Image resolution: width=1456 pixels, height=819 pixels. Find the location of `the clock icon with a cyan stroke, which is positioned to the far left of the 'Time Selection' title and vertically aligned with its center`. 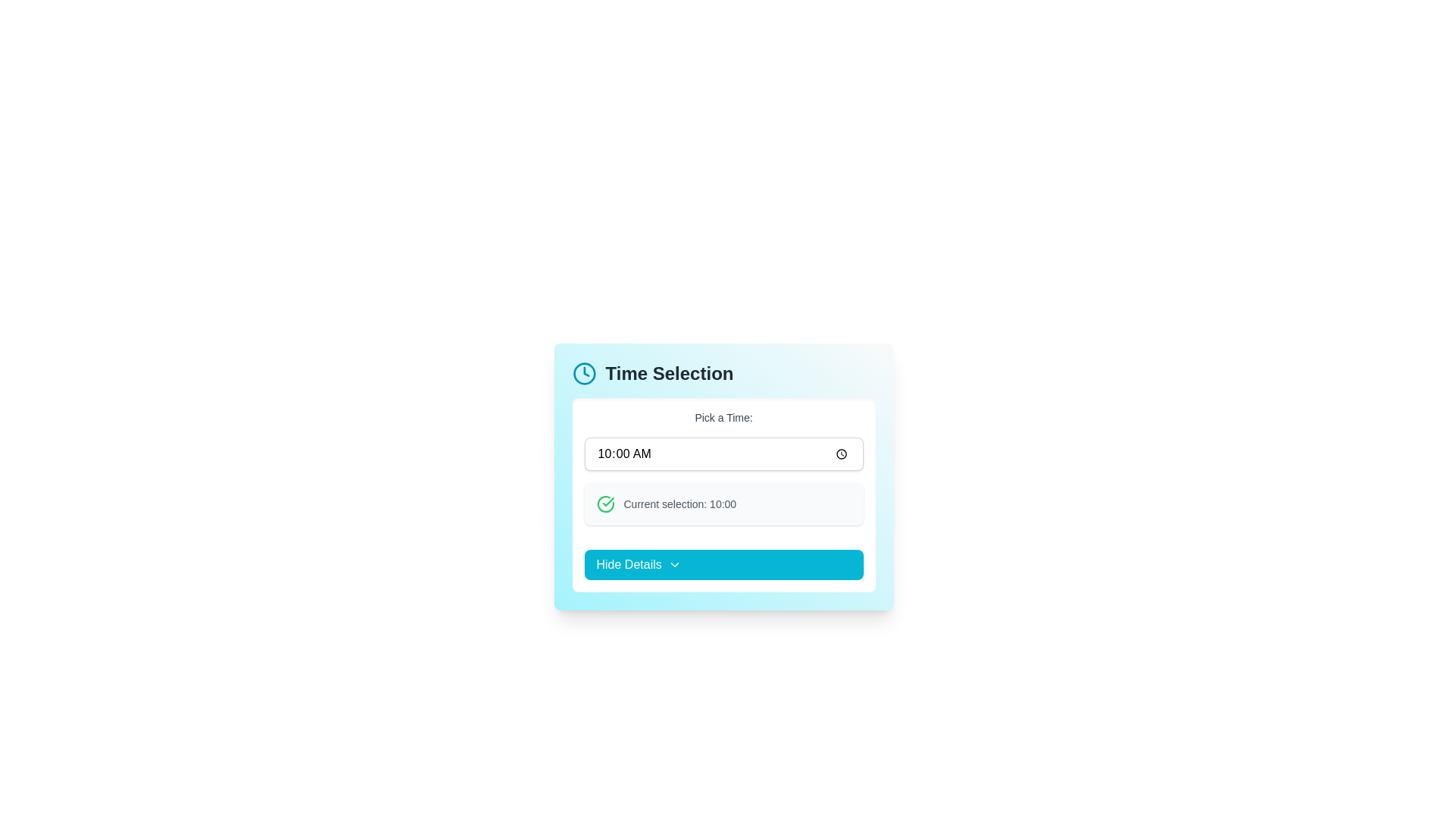

the clock icon with a cyan stroke, which is positioned to the far left of the 'Time Selection' title and vertically aligned with its center is located at coordinates (583, 374).